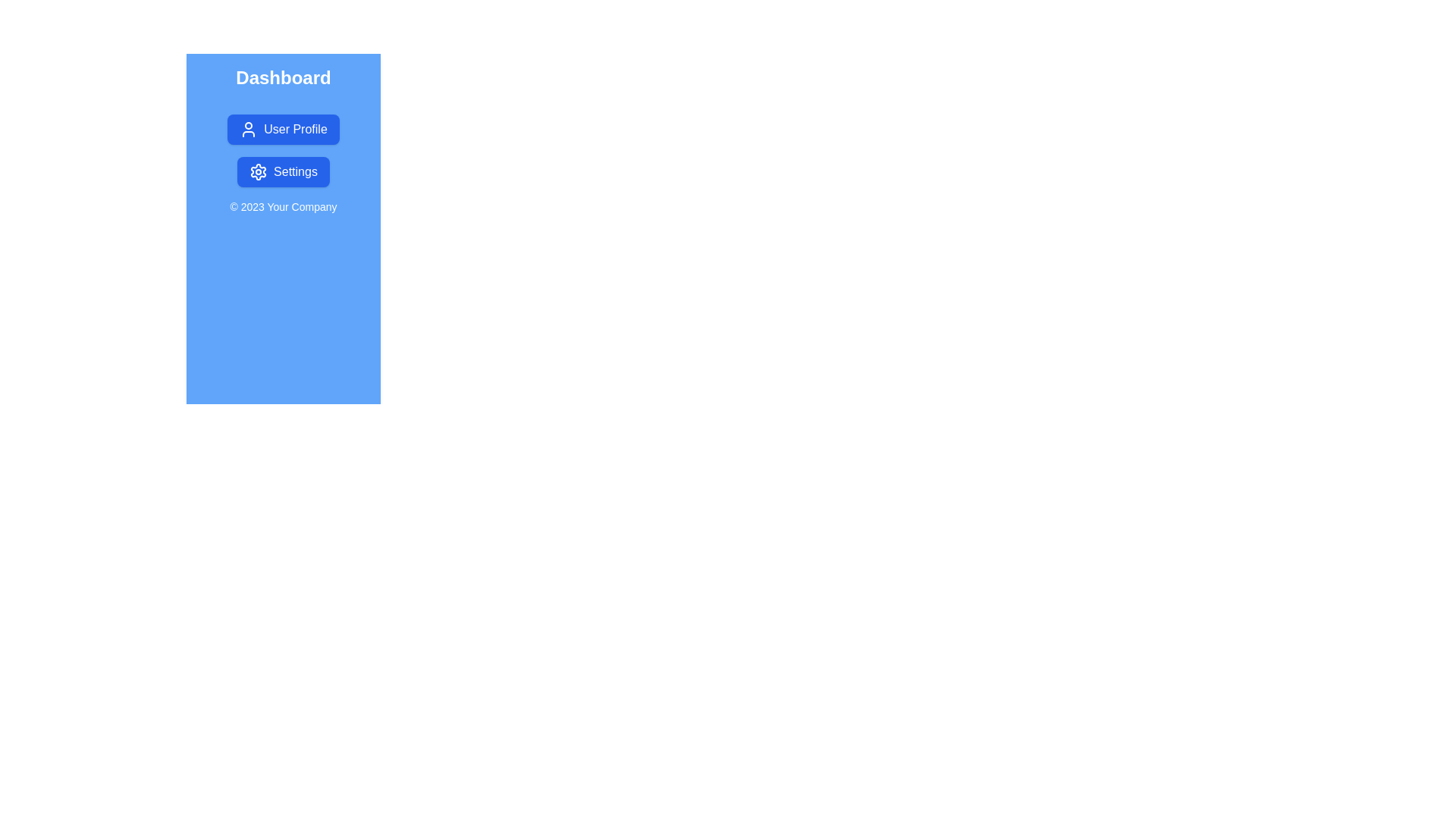 Image resolution: width=1456 pixels, height=819 pixels. What do you see at coordinates (284, 128) in the screenshot?
I see `the 'User Profile' button` at bounding box center [284, 128].